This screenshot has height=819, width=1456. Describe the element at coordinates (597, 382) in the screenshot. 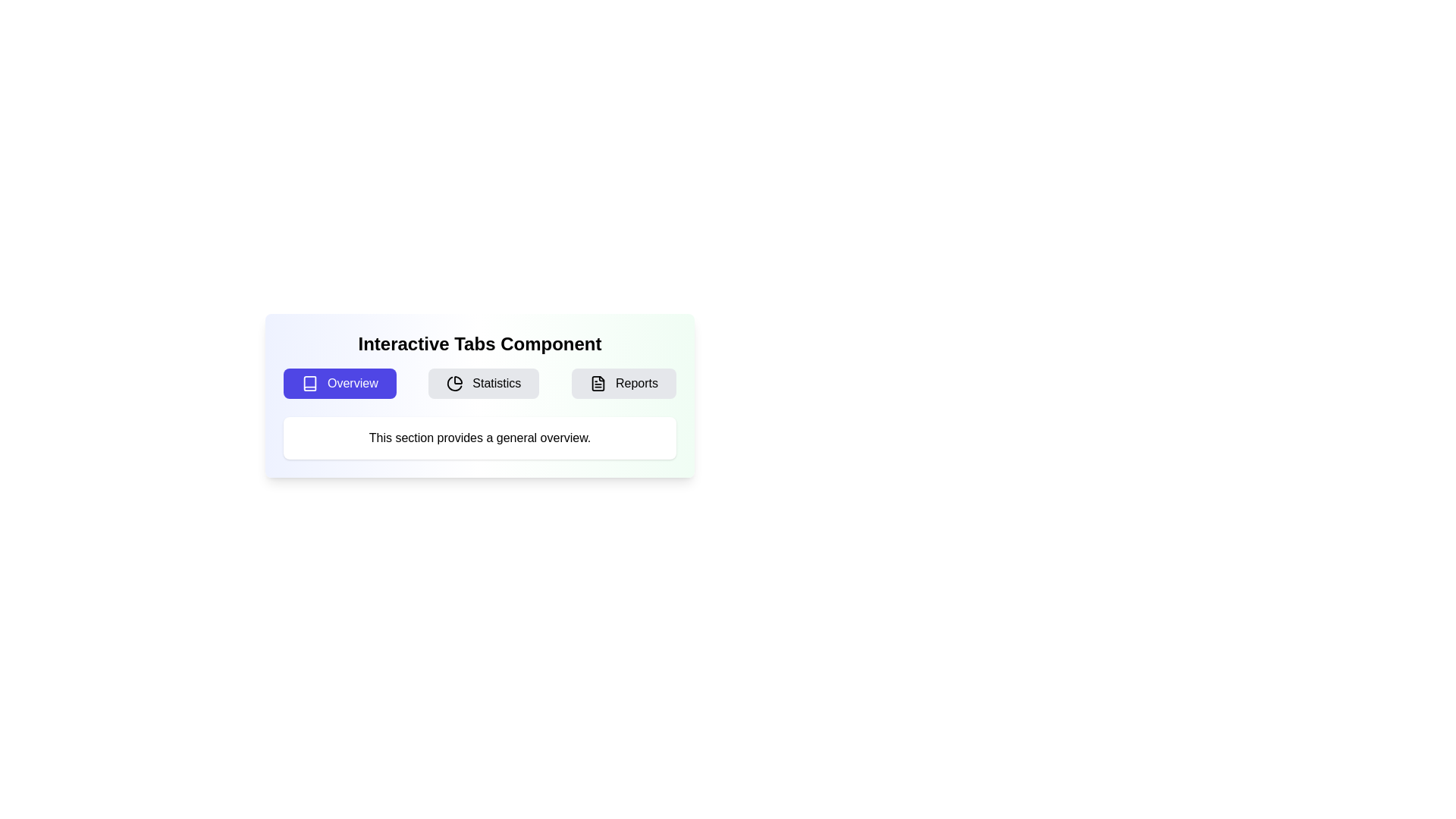

I see `the file document icon located within the 'Reports' tab button, which is positioned to the left of the text label 'Reports'` at that location.